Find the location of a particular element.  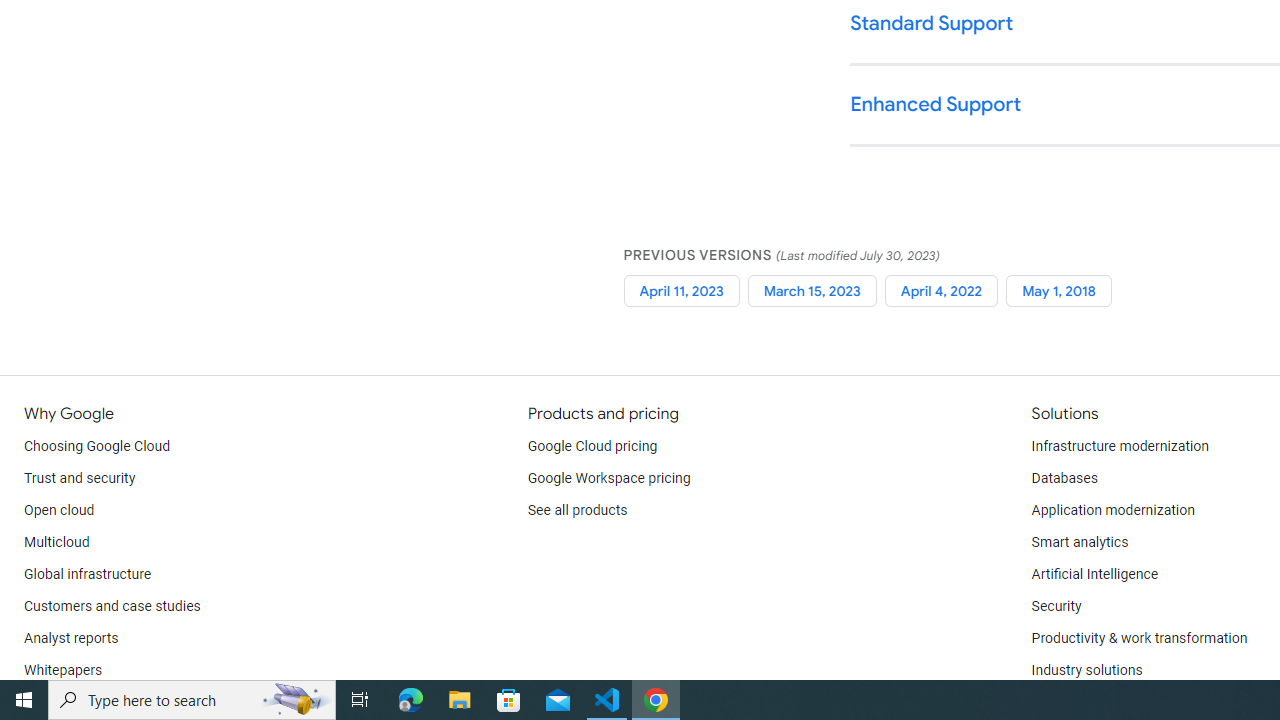

'Whitepapers' is located at coordinates (63, 671).